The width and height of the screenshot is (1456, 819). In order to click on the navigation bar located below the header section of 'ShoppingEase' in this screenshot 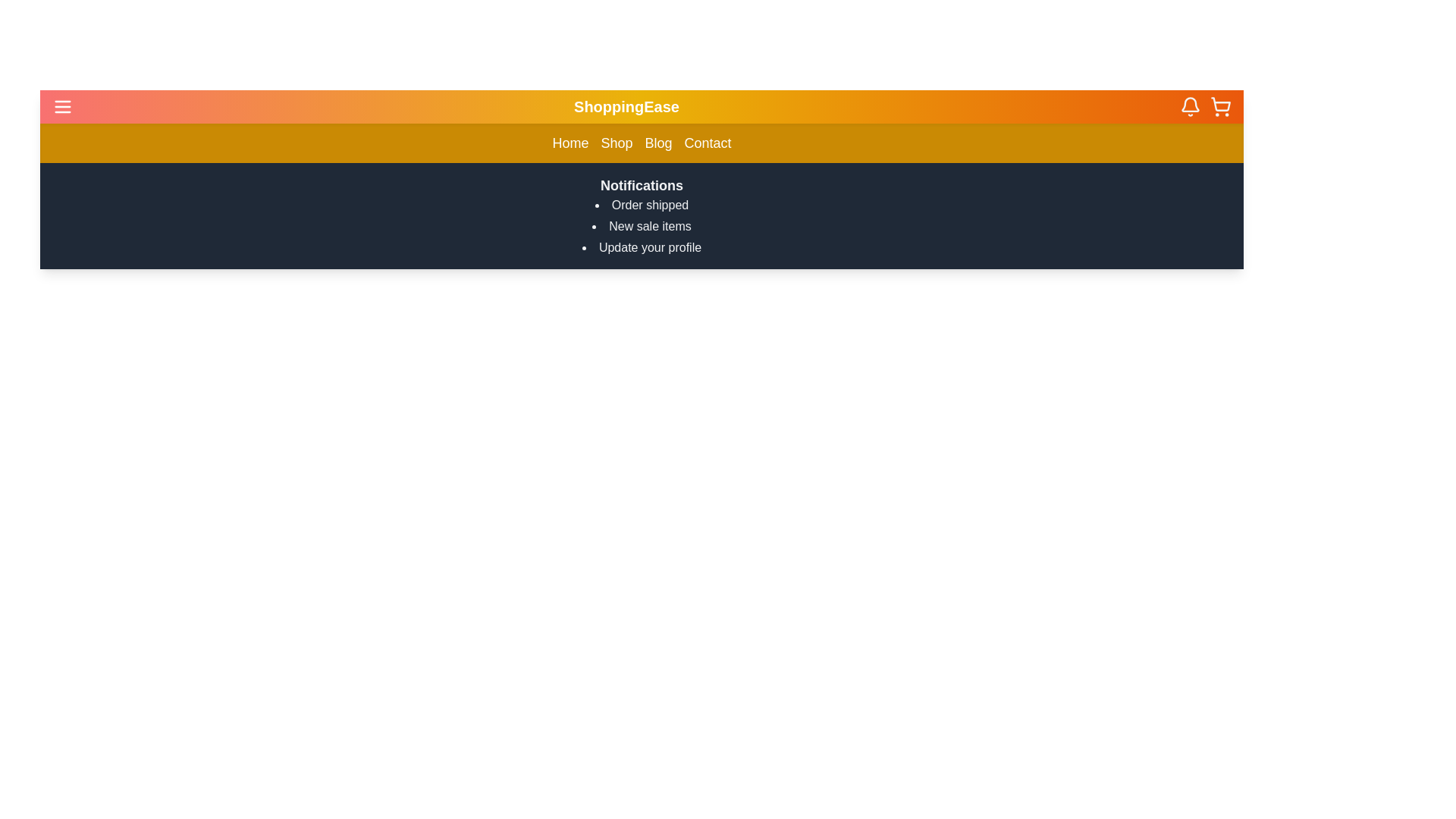, I will do `click(642, 143)`.